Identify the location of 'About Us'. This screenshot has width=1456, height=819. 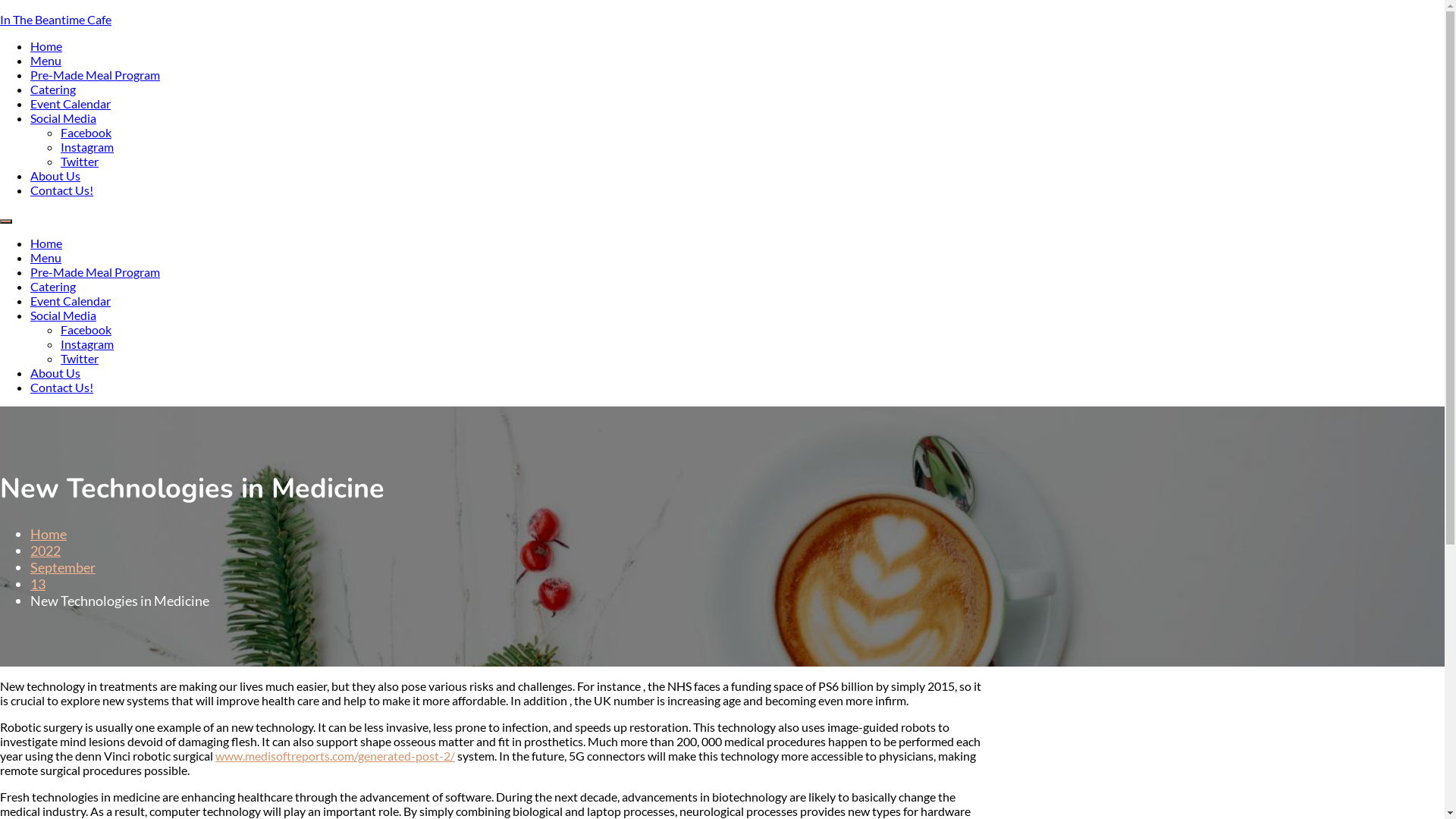
(55, 174).